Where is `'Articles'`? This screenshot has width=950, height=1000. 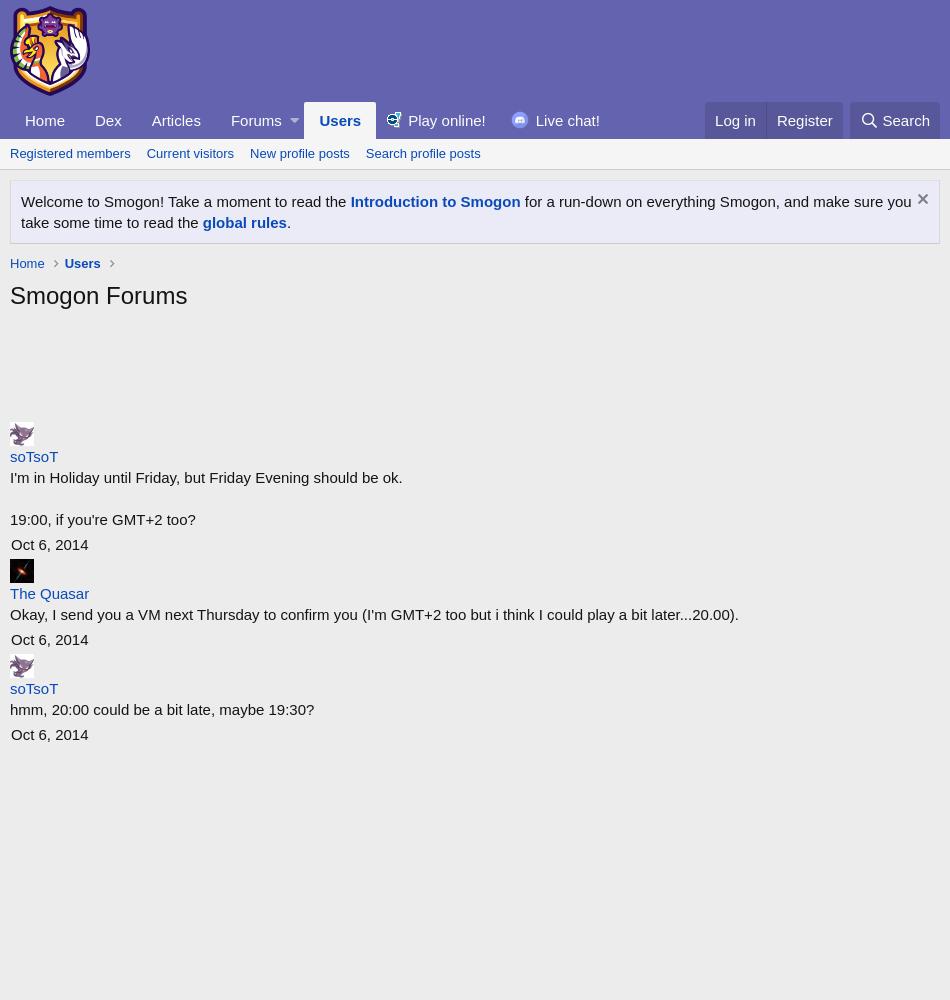 'Articles' is located at coordinates (175, 118).